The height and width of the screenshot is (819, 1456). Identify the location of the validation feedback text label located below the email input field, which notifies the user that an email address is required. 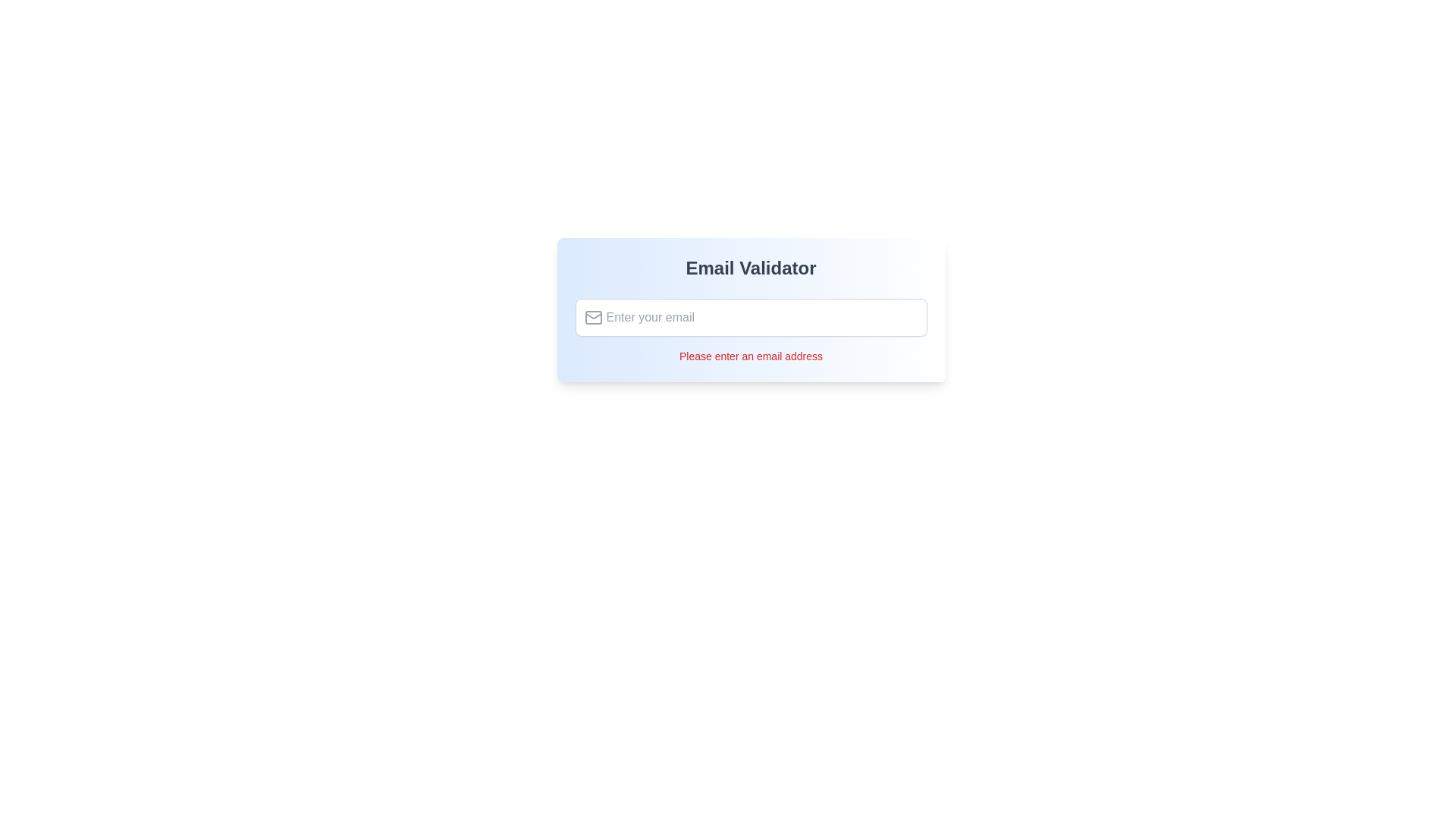
(751, 356).